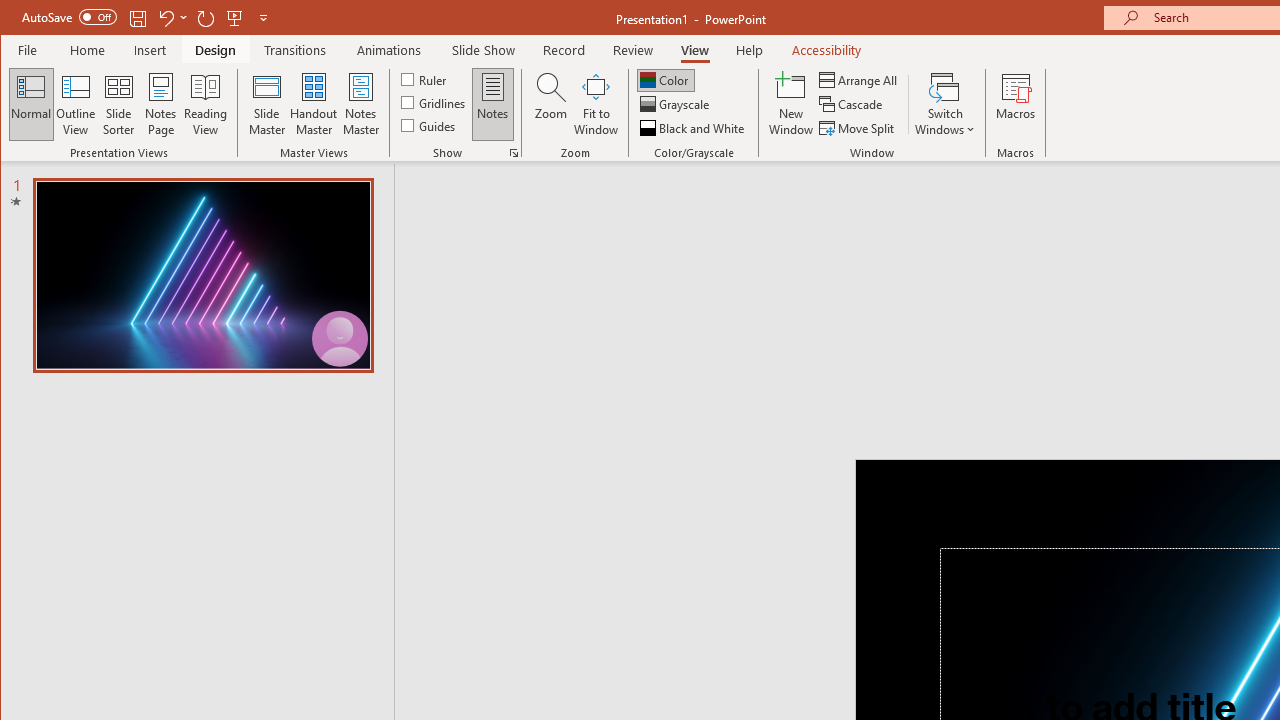 The height and width of the screenshot is (720, 1280). What do you see at coordinates (666, 79) in the screenshot?
I see `'Color'` at bounding box center [666, 79].